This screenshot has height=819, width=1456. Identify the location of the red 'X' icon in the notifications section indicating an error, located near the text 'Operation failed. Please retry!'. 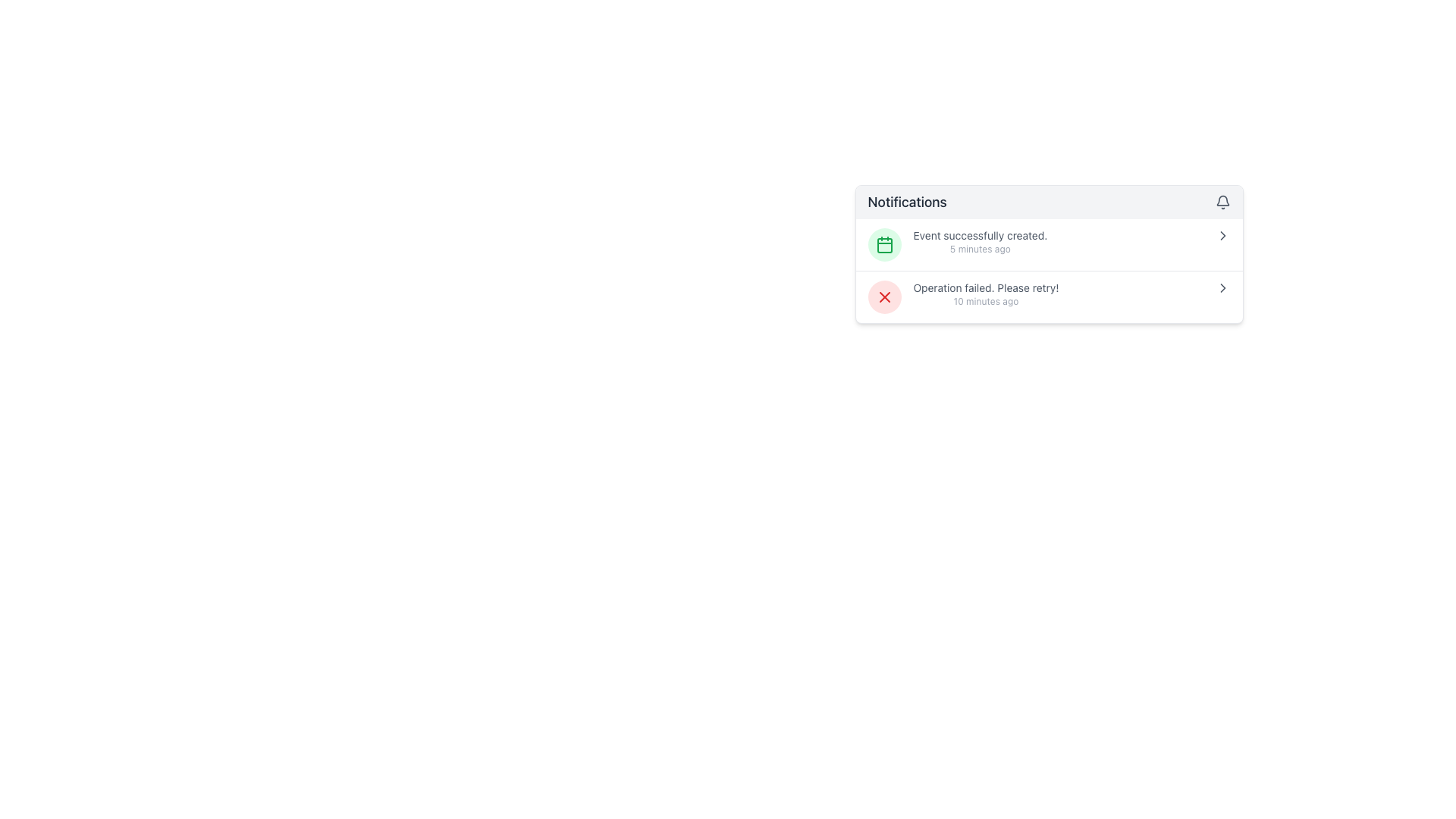
(884, 297).